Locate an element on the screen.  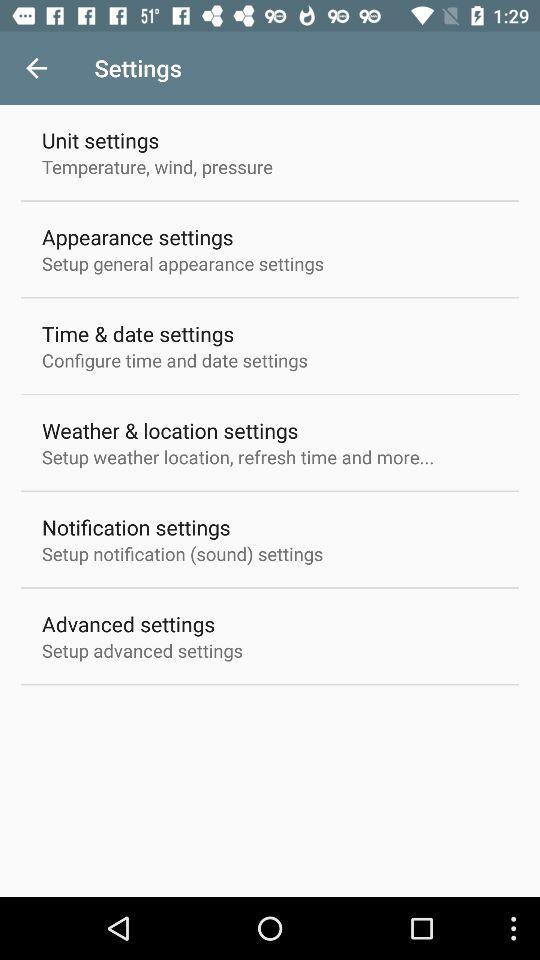
item above the time & date settings is located at coordinates (183, 262).